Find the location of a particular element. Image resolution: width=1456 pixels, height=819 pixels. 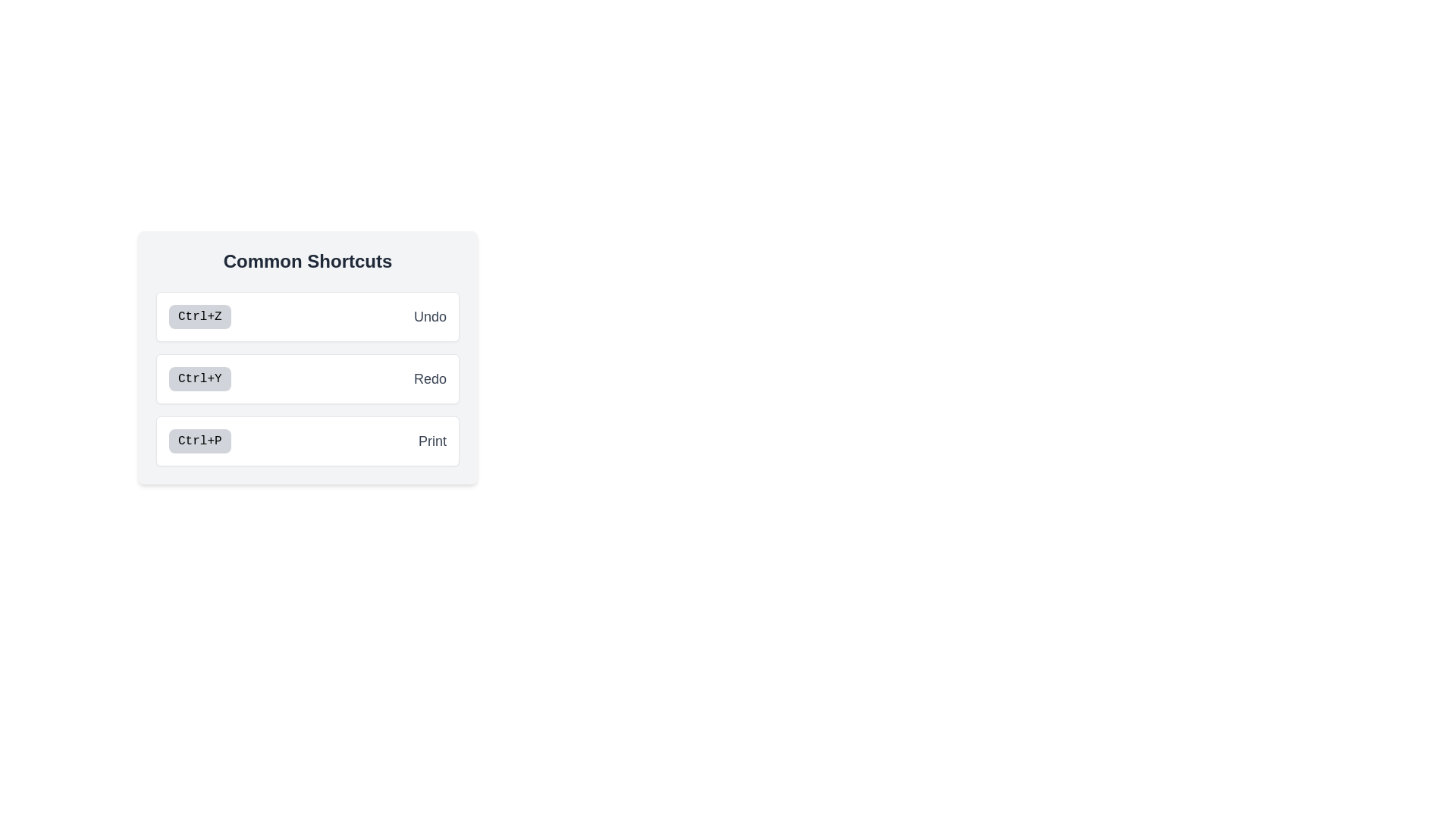

the keyboard shortcut label indicating 'Ctrl+Y', which is positioned in the second row of the vertical list and is associated with the 'Redo' action is located at coordinates (199, 378).